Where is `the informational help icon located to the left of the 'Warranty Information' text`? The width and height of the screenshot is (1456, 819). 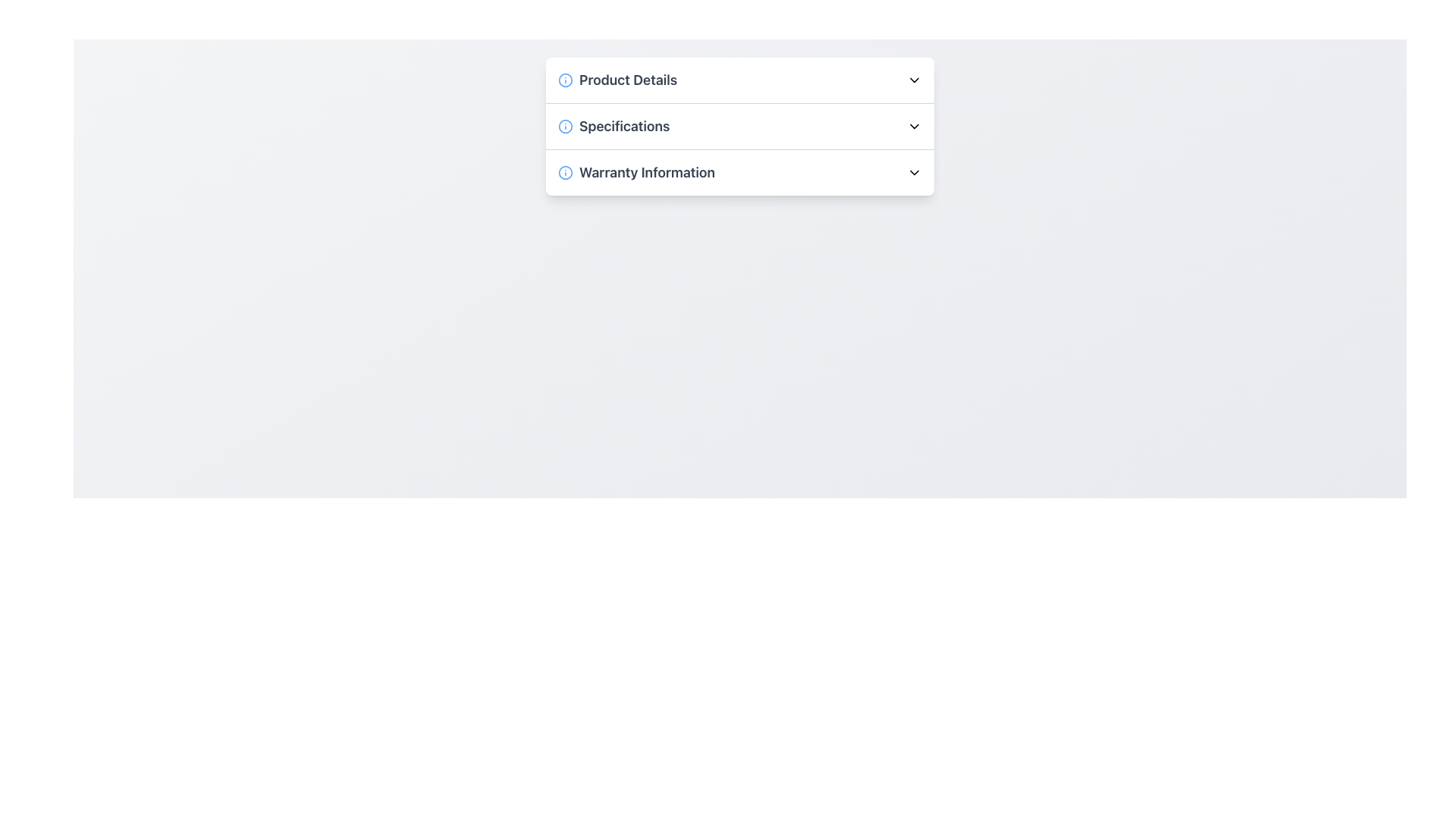 the informational help icon located to the left of the 'Warranty Information' text is located at coordinates (564, 171).